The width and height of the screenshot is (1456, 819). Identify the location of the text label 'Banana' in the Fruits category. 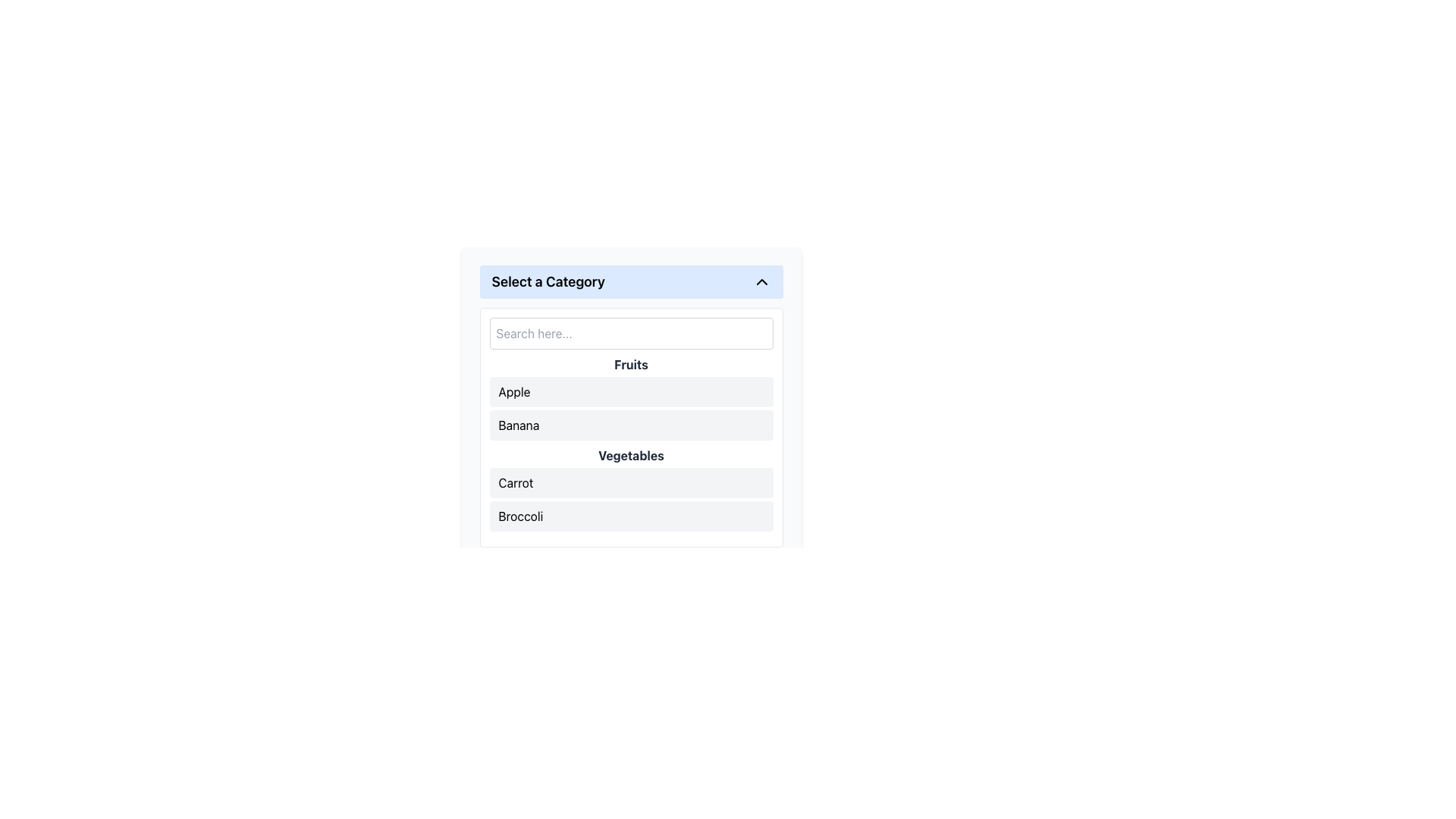
(519, 425).